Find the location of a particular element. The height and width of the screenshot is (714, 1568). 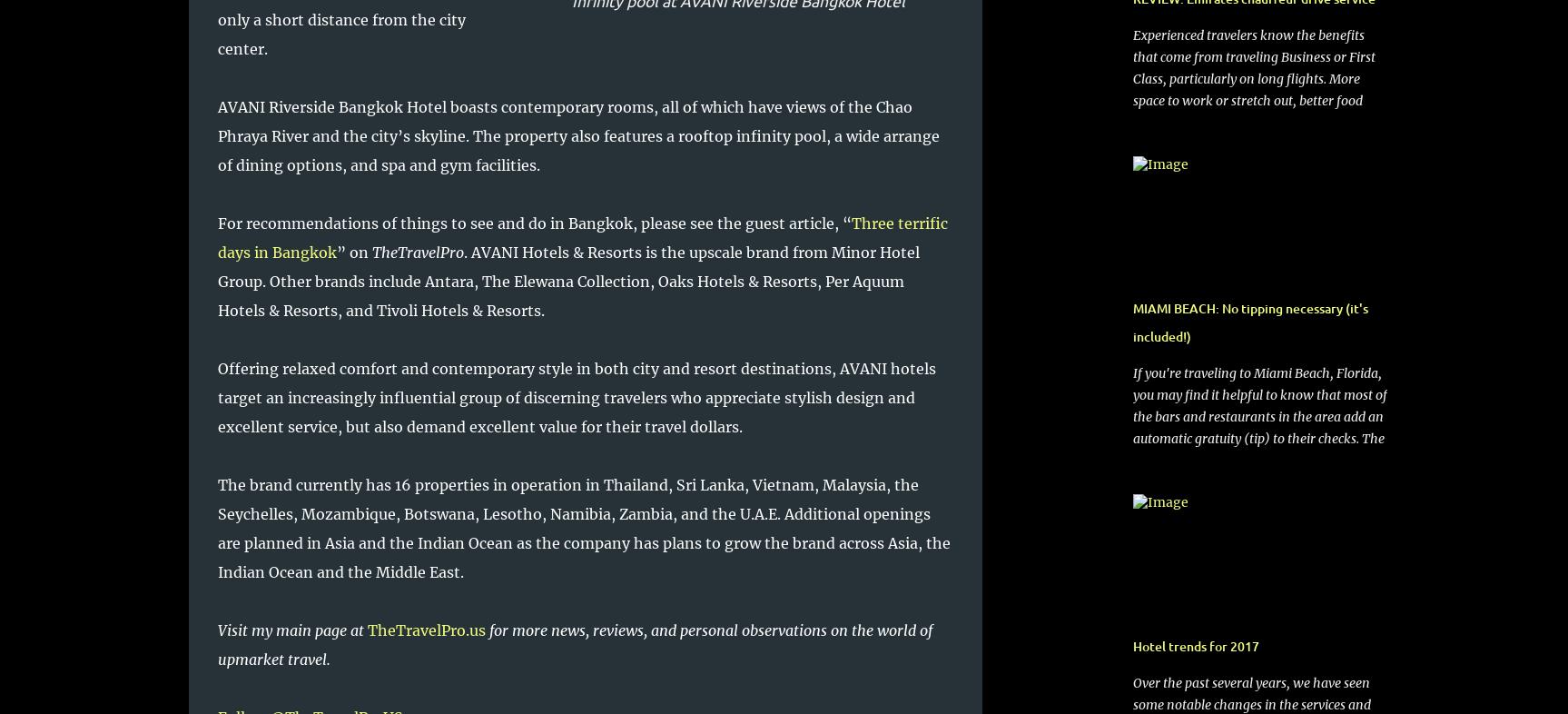

'TheTravelPro.us' is located at coordinates (366, 630).